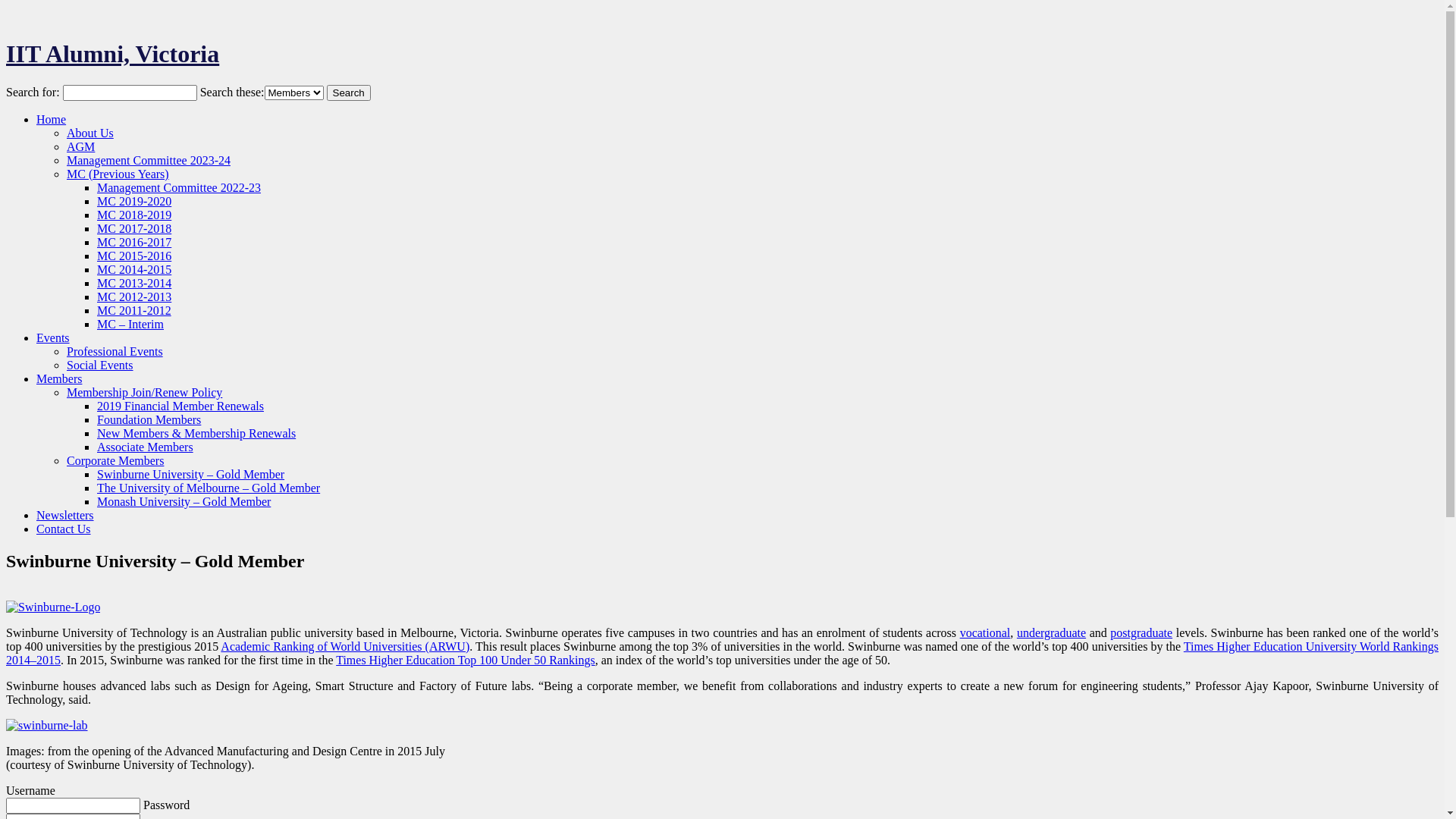  I want to click on '2019 Financial Member Renewals', so click(96, 405).